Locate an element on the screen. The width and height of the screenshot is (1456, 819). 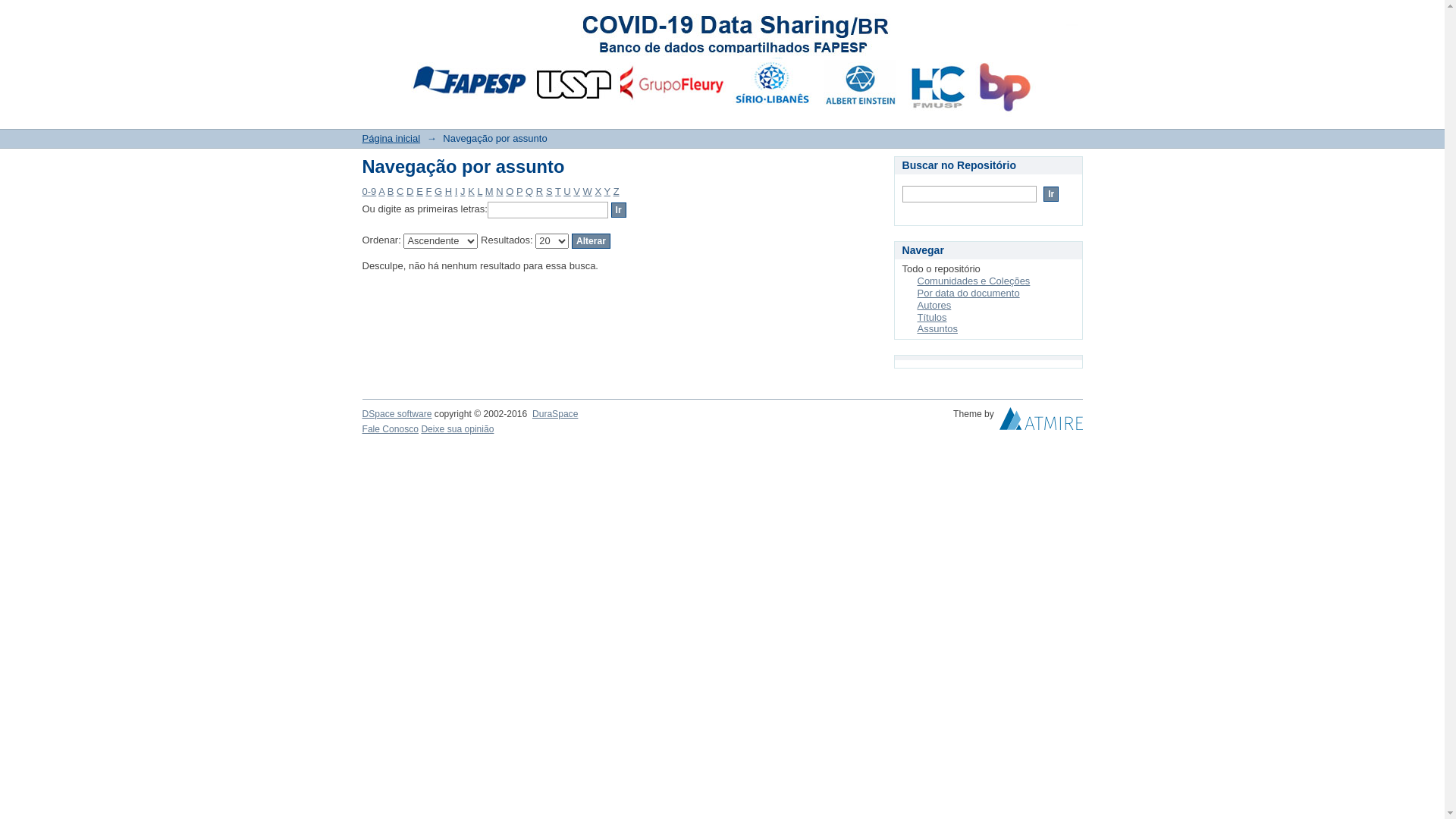
'DSpace software' is located at coordinates (362, 414).